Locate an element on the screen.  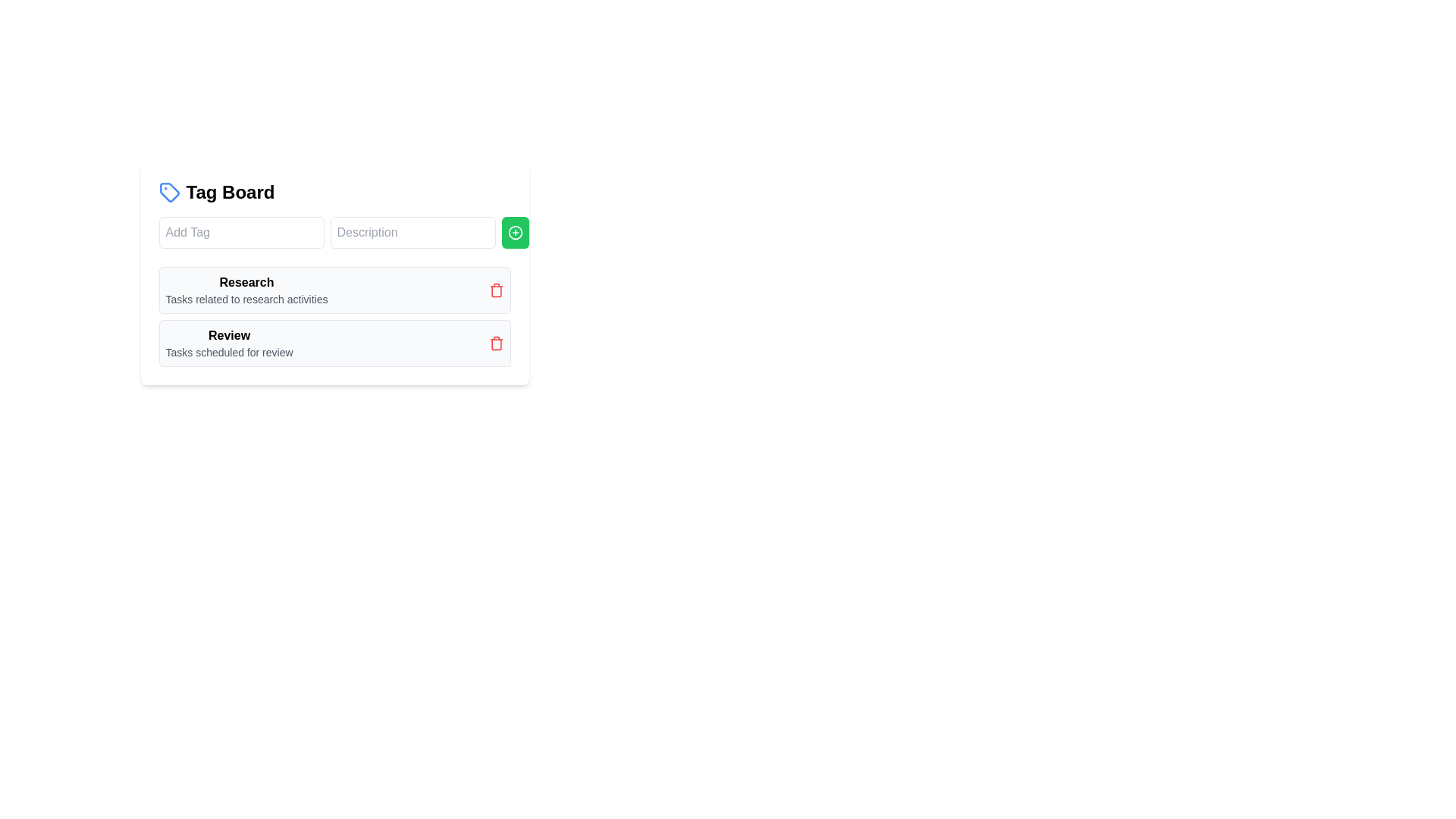
the text block displaying the category name 'Review' and its description 'Tasks scheduled for review', located in the second row of the list within the 'Tag Board' panel is located at coordinates (228, 343).